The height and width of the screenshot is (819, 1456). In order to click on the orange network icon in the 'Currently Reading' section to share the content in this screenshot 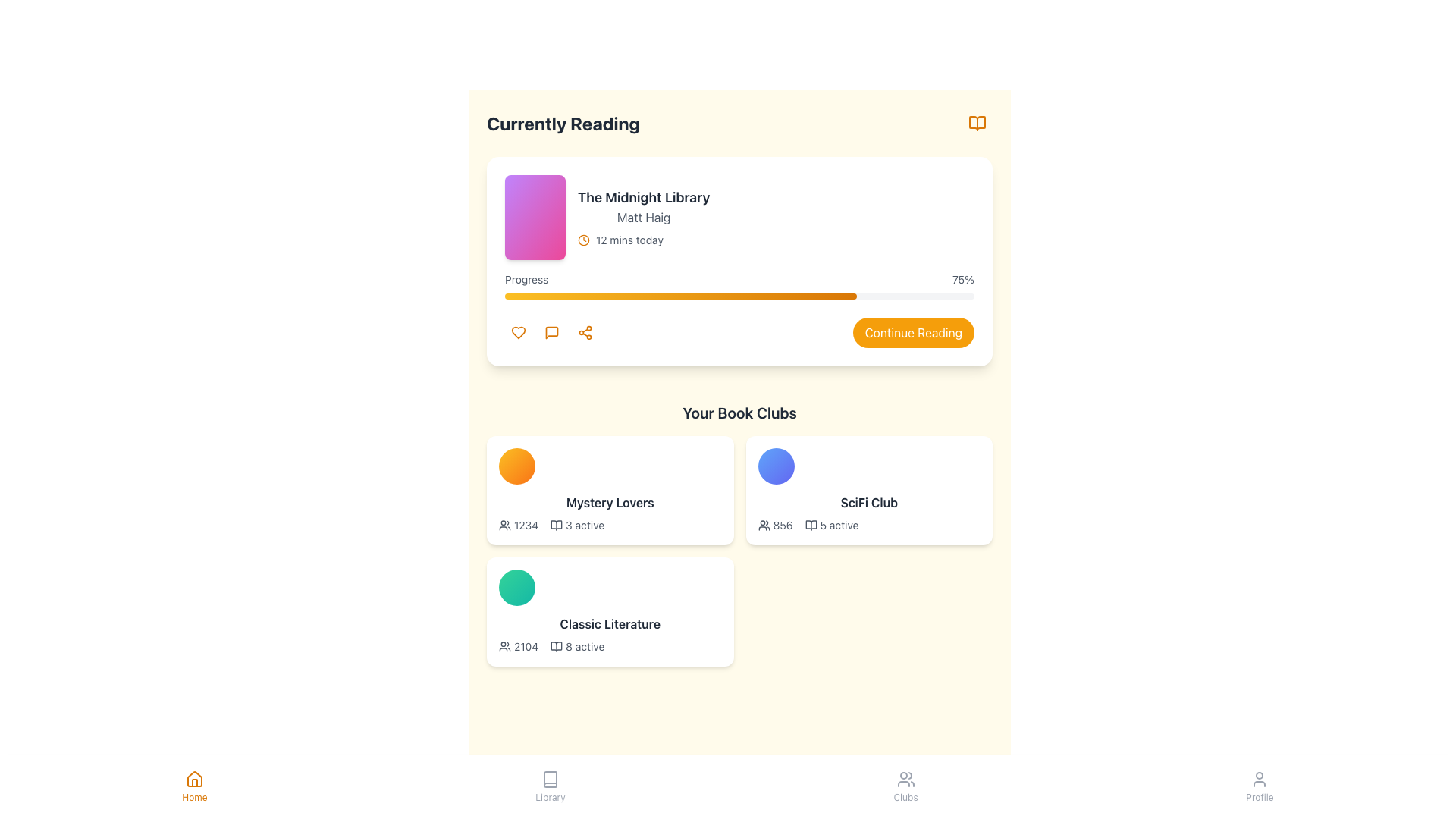, I will do `click(585, 332)`.